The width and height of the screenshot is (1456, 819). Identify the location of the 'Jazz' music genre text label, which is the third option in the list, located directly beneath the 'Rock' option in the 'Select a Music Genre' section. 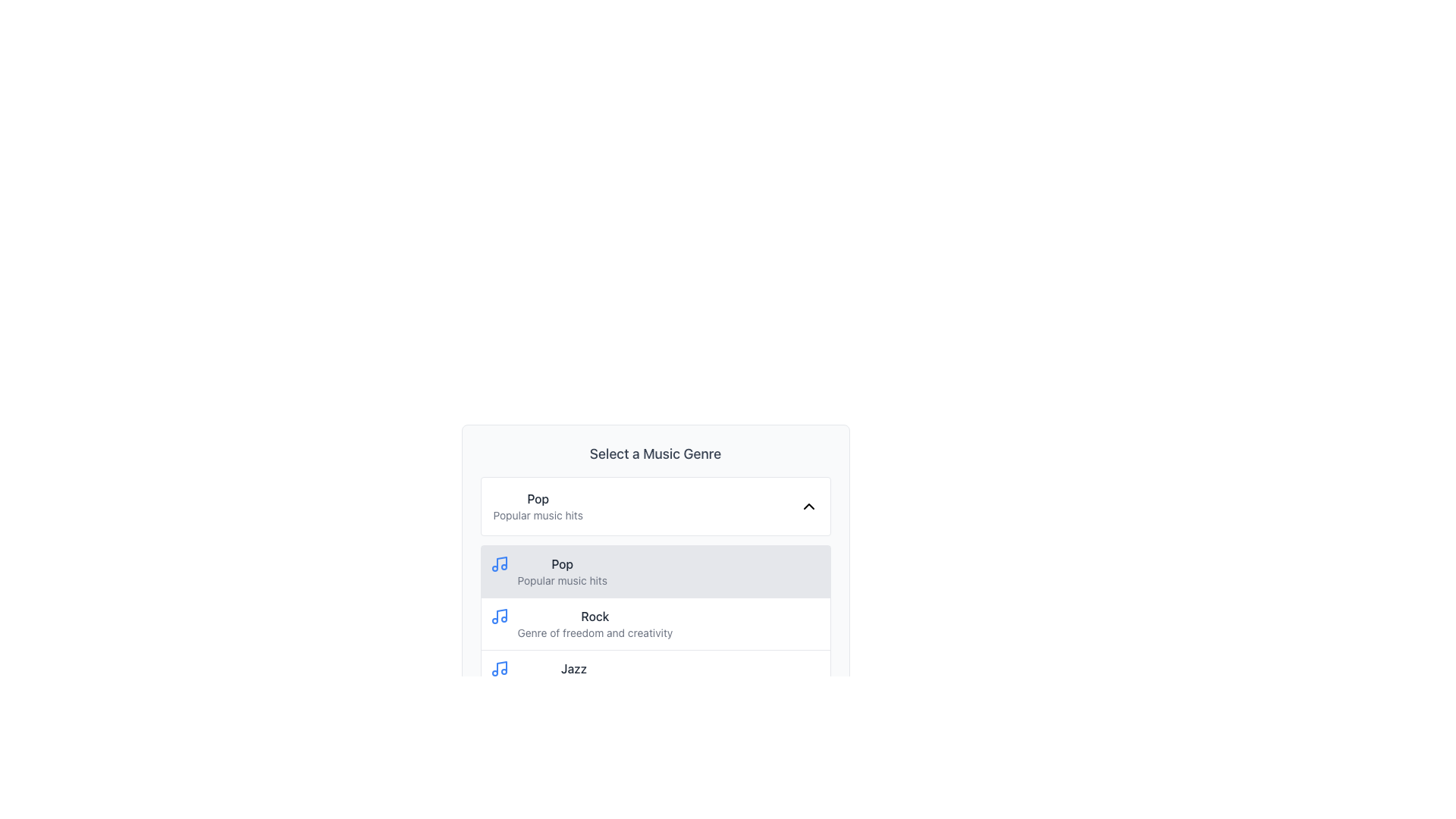
(573, 675).